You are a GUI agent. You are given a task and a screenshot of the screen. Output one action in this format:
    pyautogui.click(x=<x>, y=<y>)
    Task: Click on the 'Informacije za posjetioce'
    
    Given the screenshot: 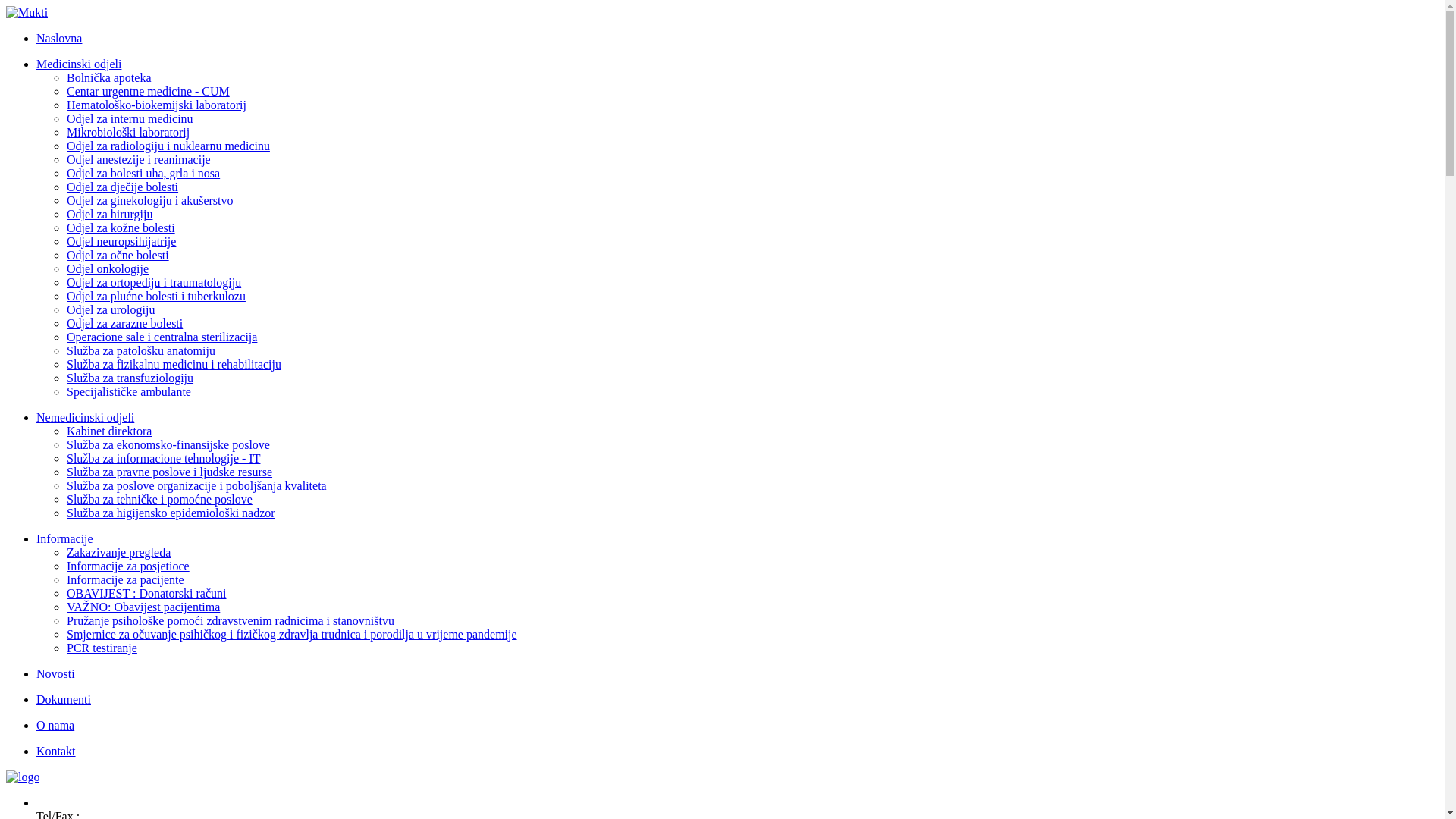 What is the action you would take?
    pyautogui.click(x=127, y=566)
    